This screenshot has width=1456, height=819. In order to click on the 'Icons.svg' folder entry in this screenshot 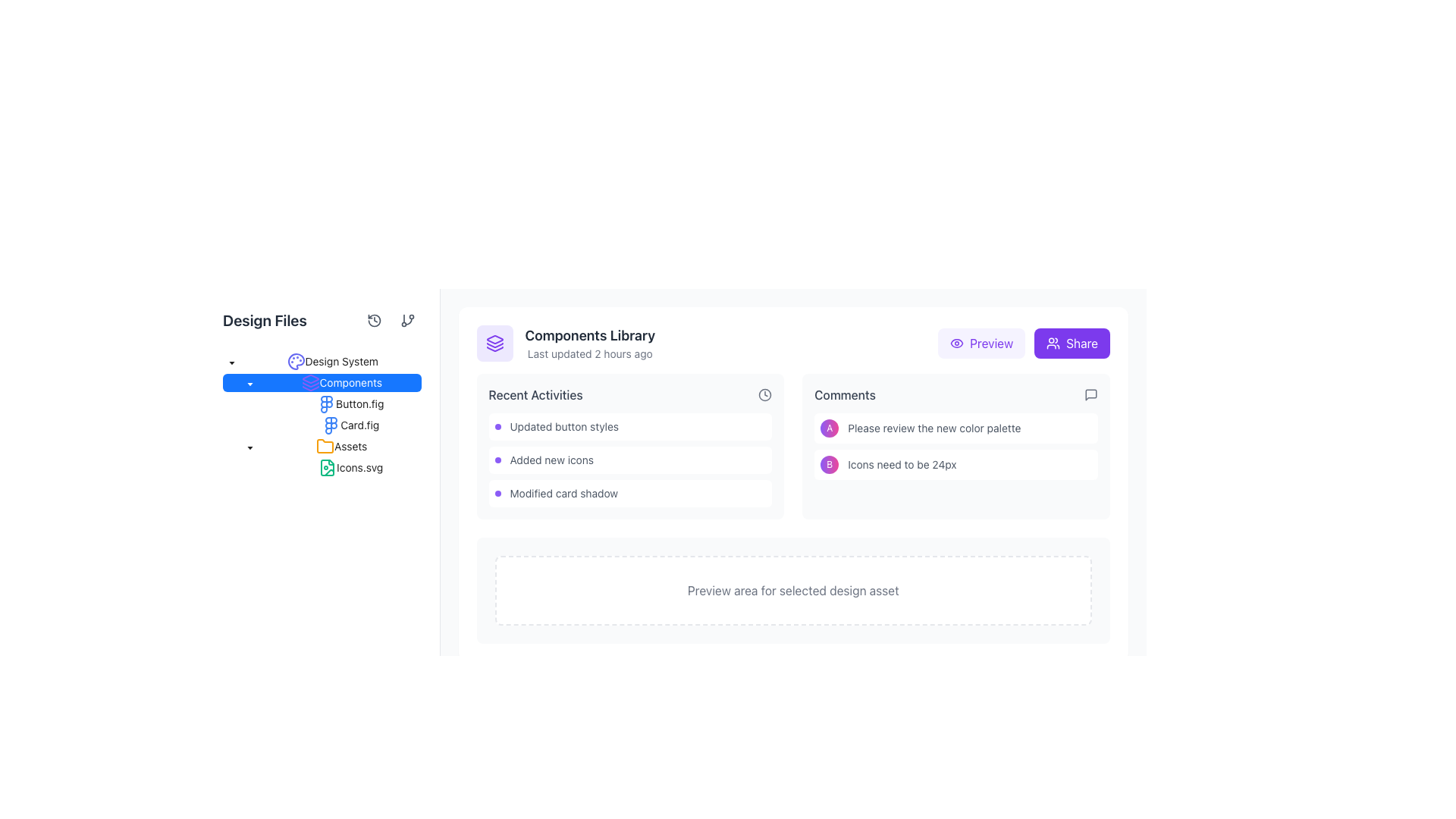, I will do `click(350, 467)`.